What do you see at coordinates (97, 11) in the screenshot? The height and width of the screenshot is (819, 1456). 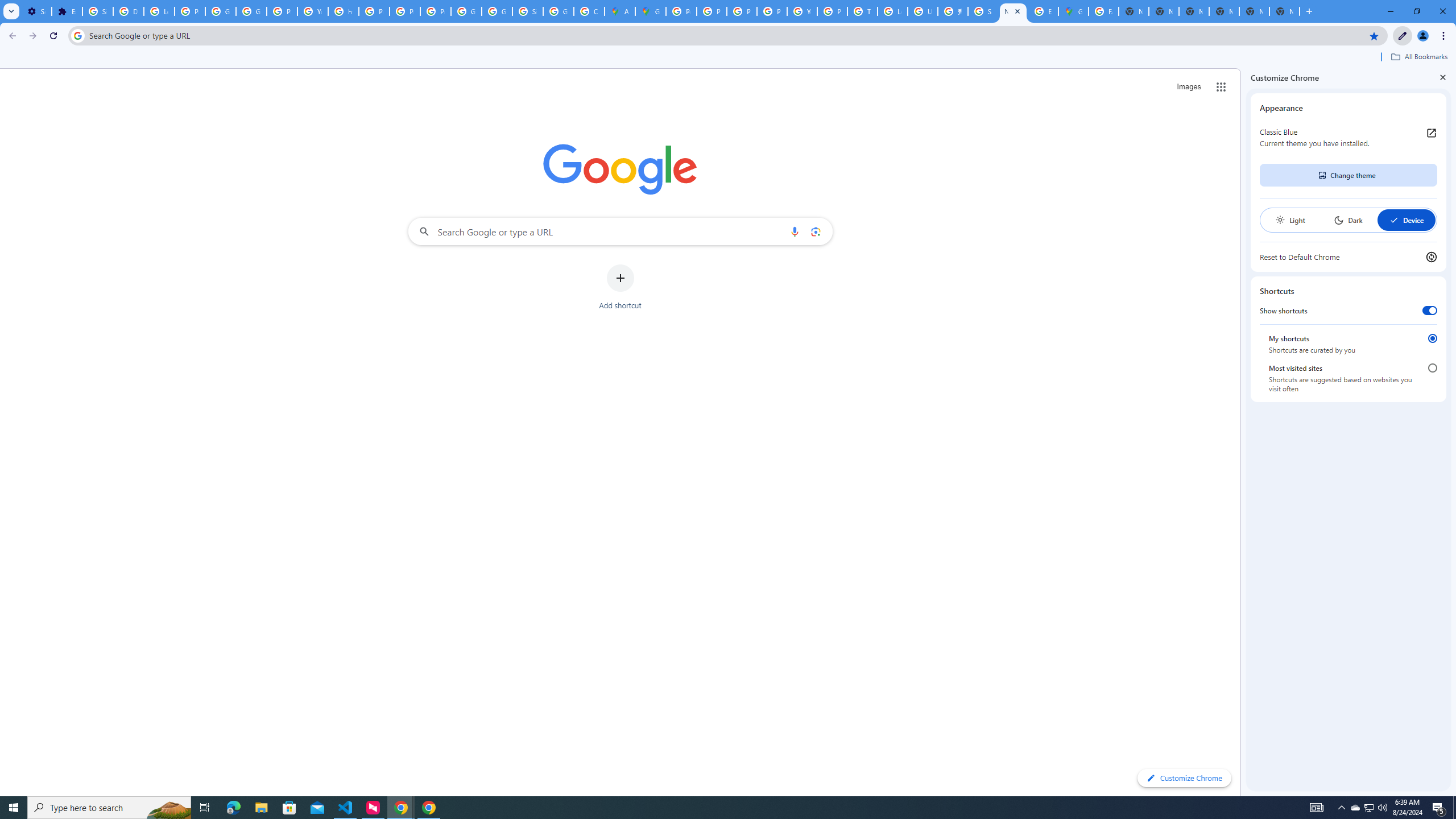 I see `'Sign in - Google Accounts'` at bounding box center [97, 11].